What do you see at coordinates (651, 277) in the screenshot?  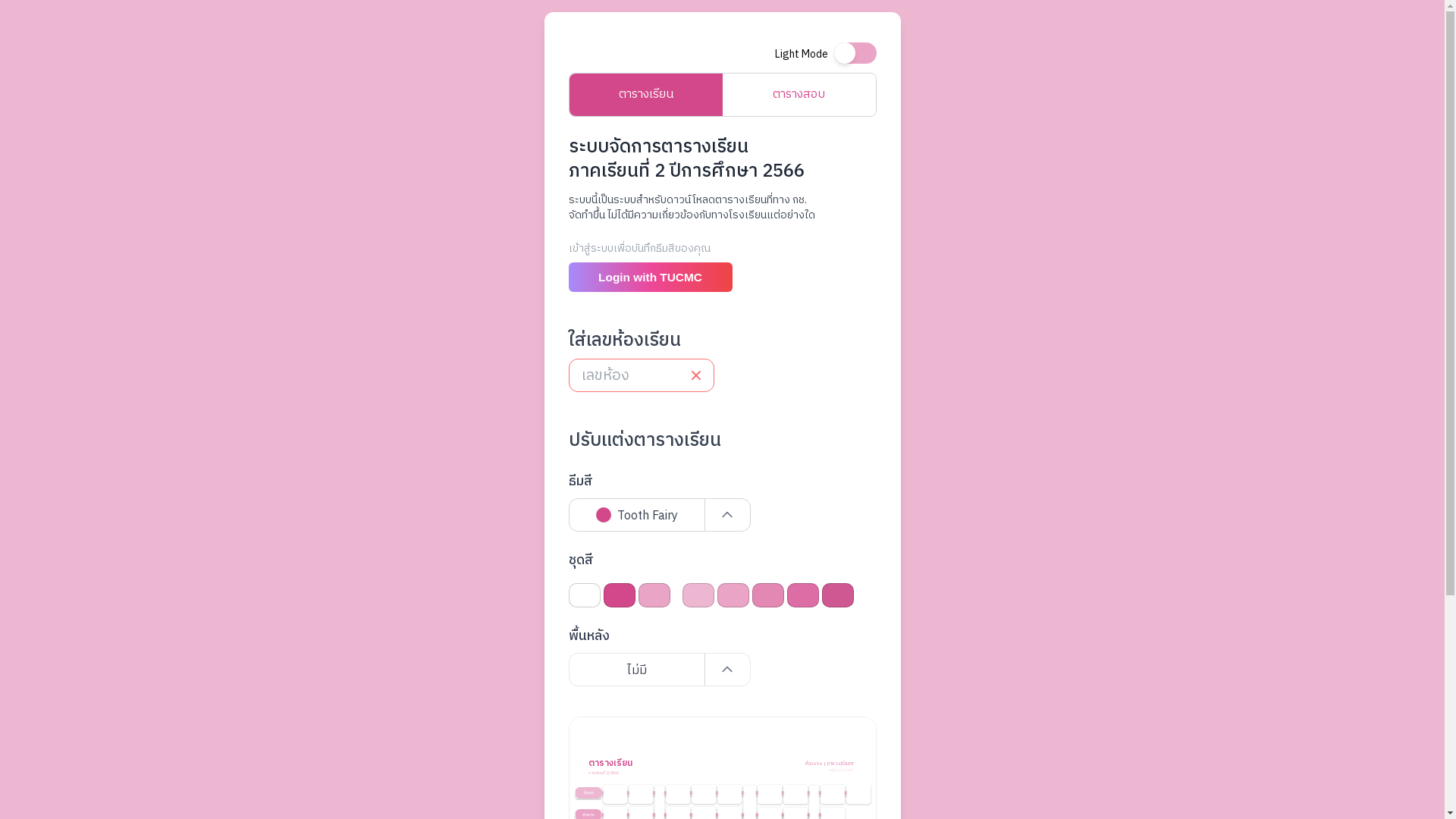 I see `'Login with TUCMC'` at bounding box center [651, 277].